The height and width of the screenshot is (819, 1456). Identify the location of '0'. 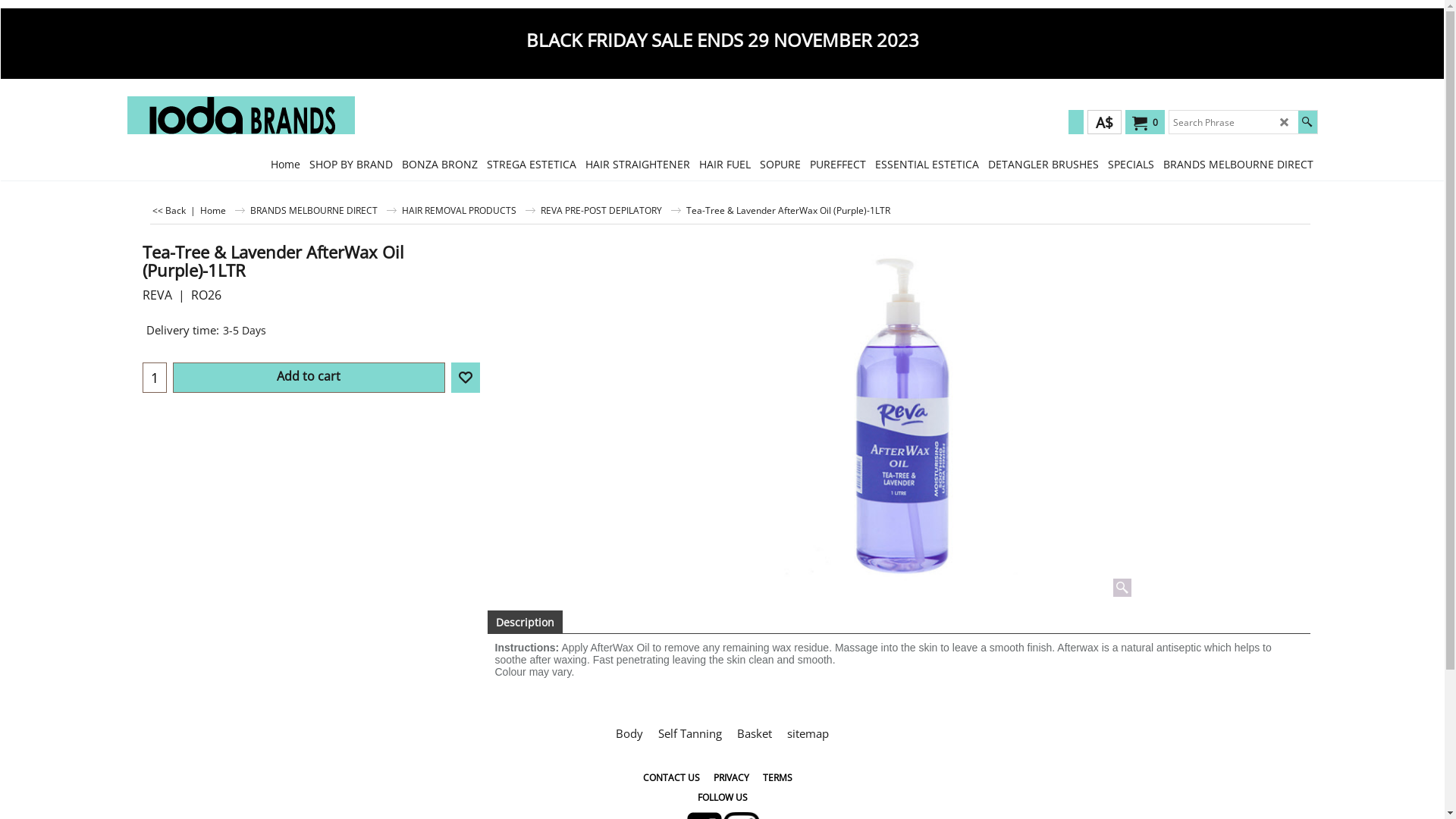
(1141, 122).